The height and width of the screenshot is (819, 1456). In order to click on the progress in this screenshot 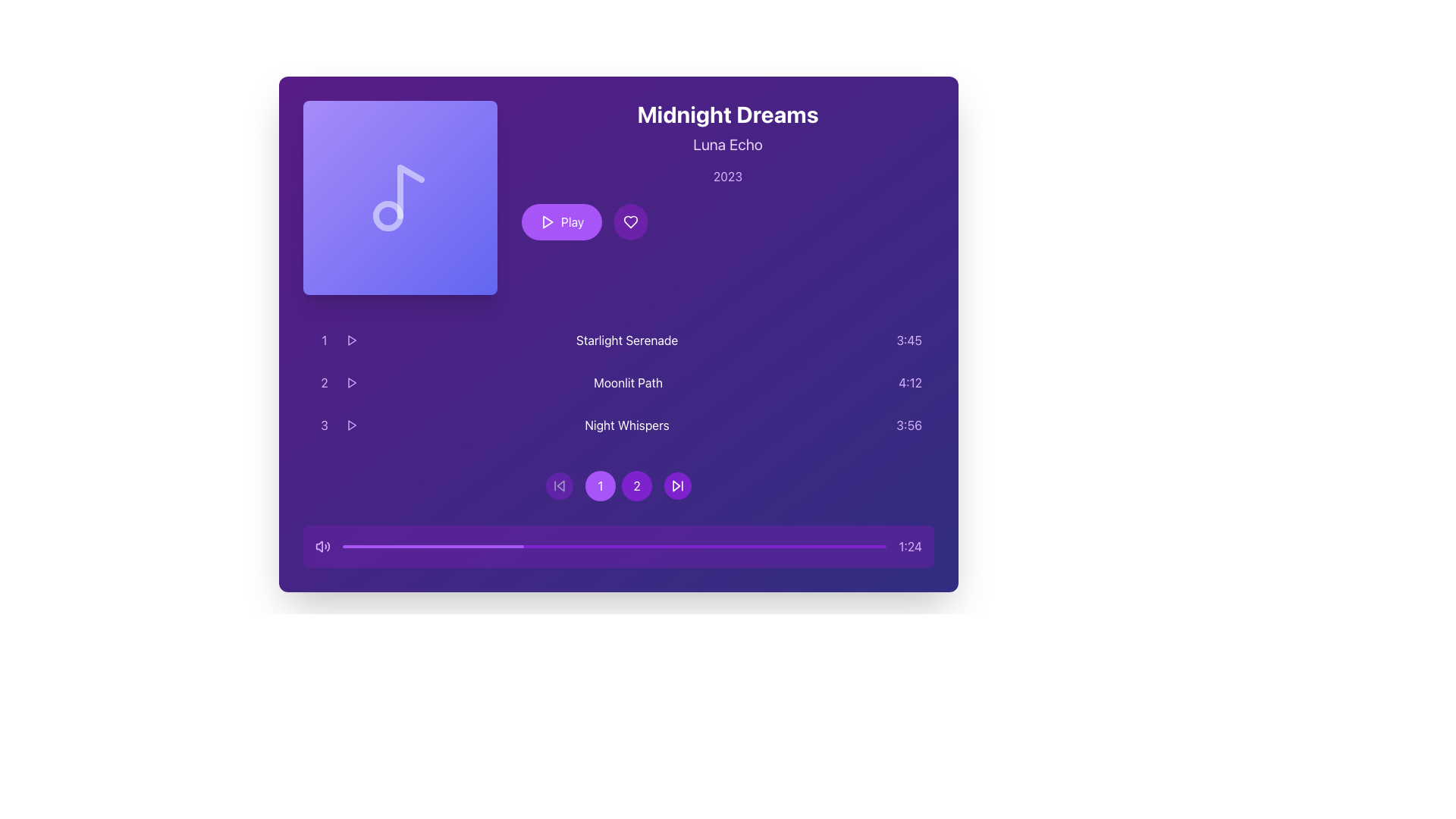, I will do `click(400, 547)`.